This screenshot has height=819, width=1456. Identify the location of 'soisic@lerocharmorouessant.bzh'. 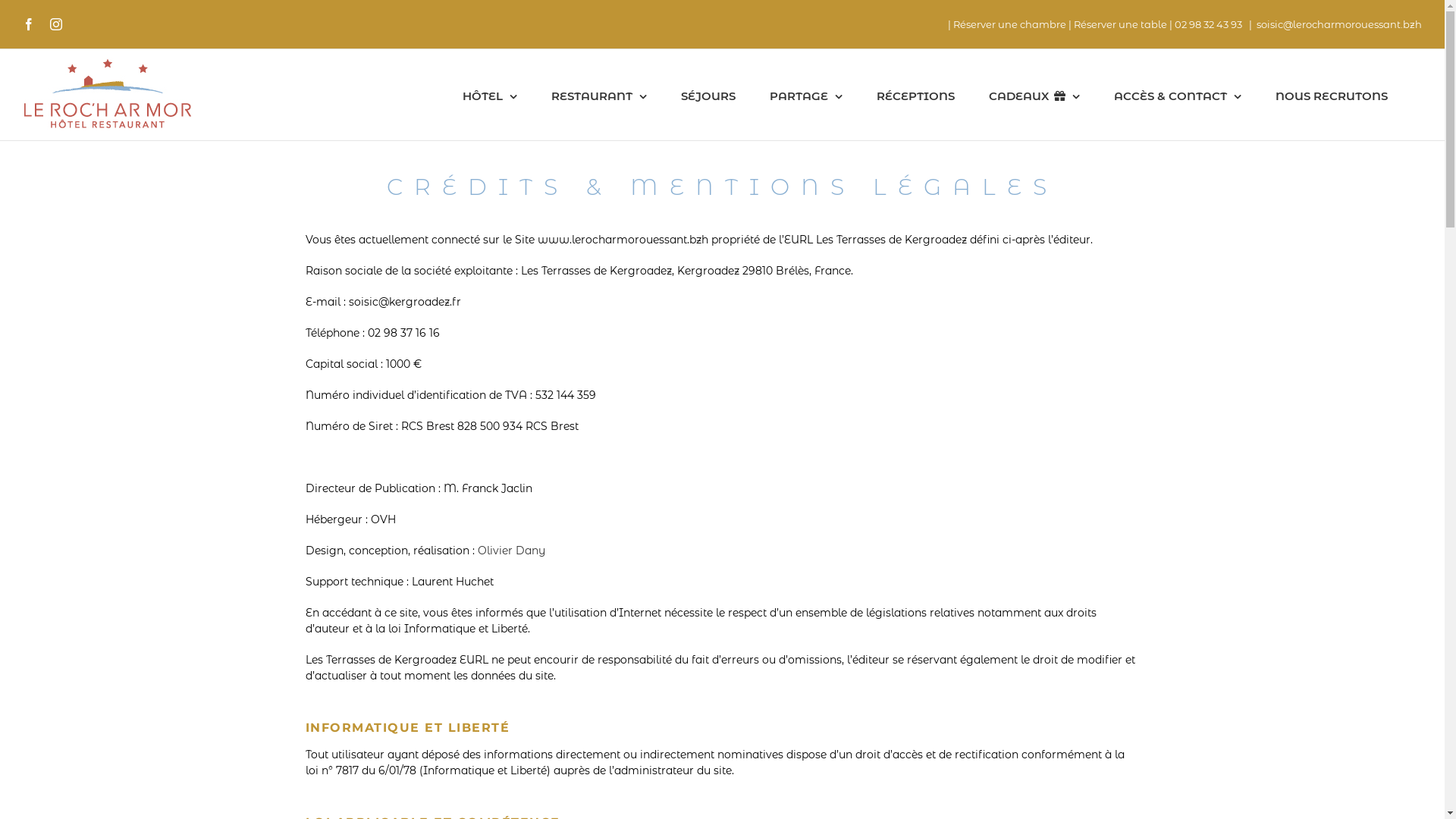
(1339, 24).